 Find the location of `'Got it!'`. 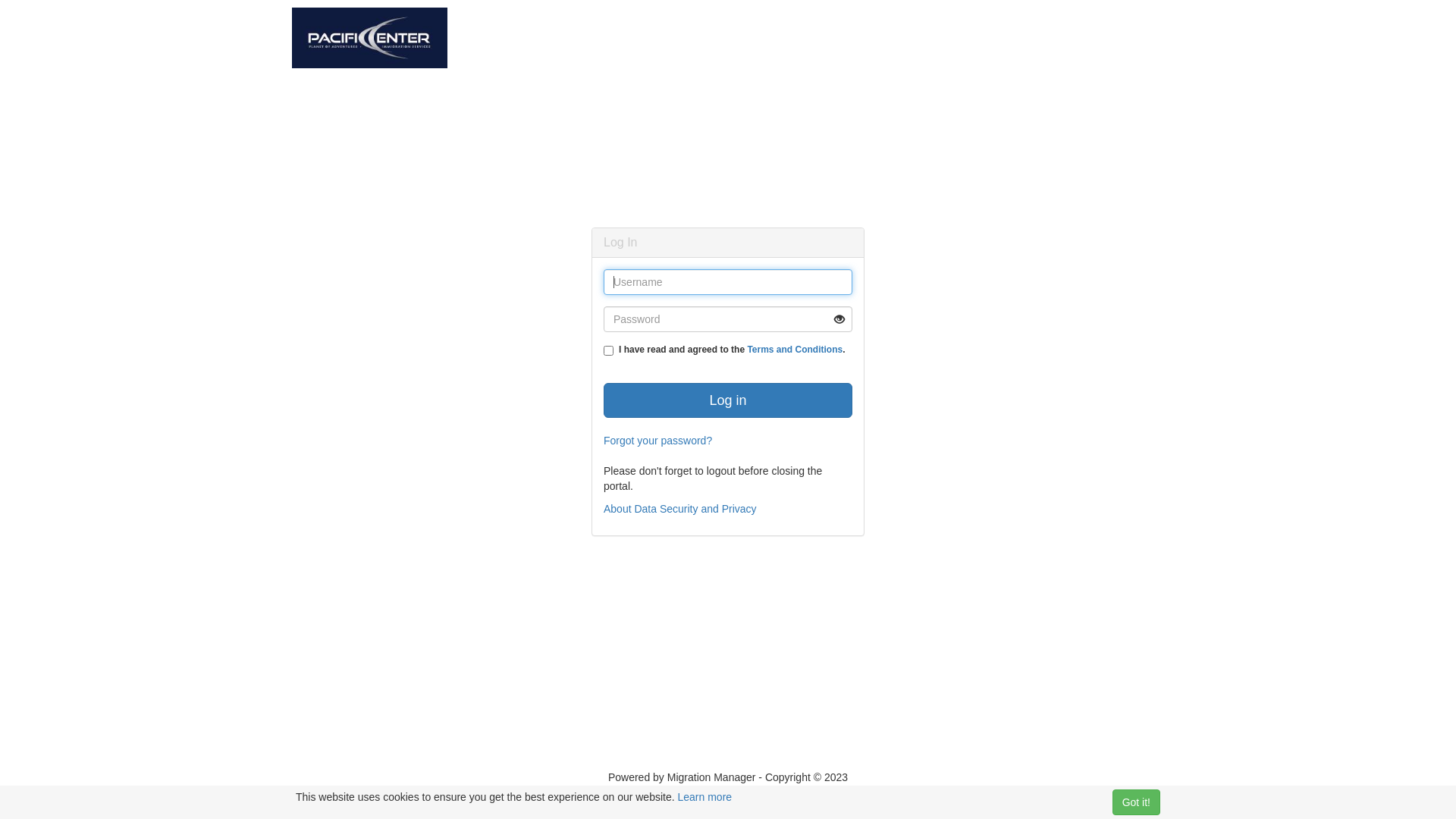

'Got it!' is located at coordinates (1136, 801).